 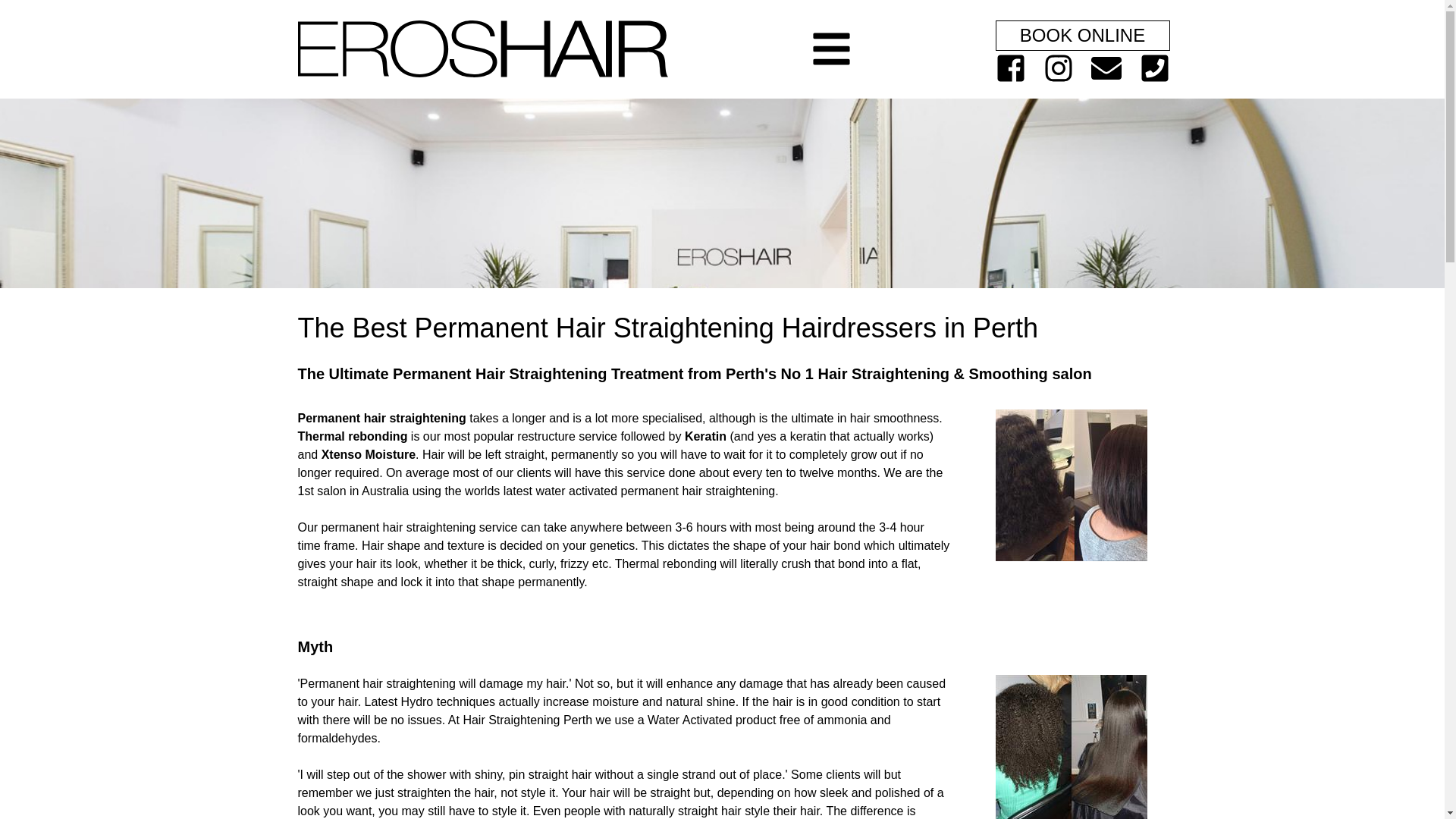 I want to click on 'BOOK ONLINE', so click(x=1081, y=34).